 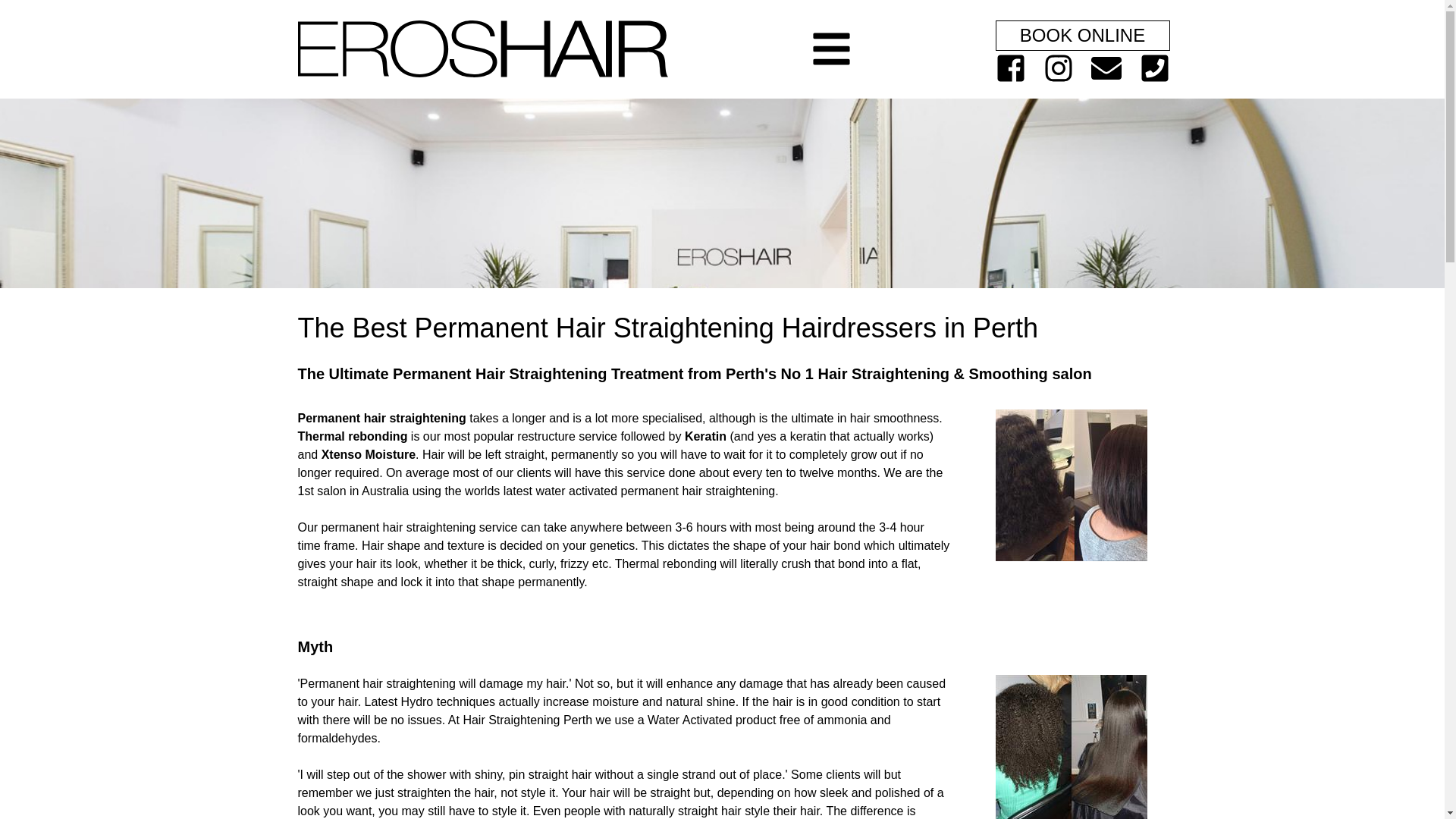 I want to click on 'BOOK ONLINE', so click(x=1081, y=34).